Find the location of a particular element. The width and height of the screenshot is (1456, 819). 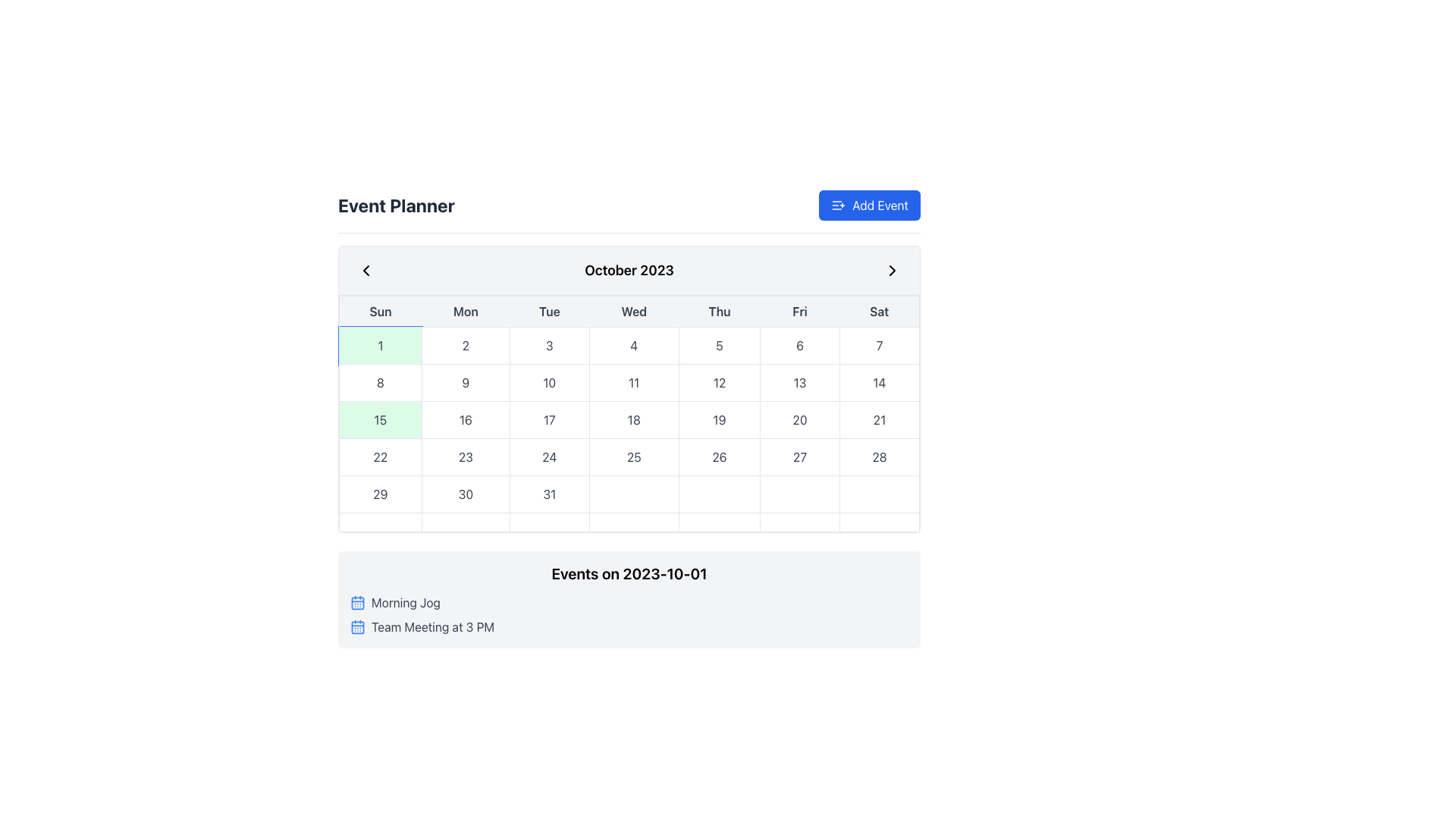

to select the date represented by the first element in the second row under the 'Sun' column in the calendar interface is located at coordinates (380, 382).